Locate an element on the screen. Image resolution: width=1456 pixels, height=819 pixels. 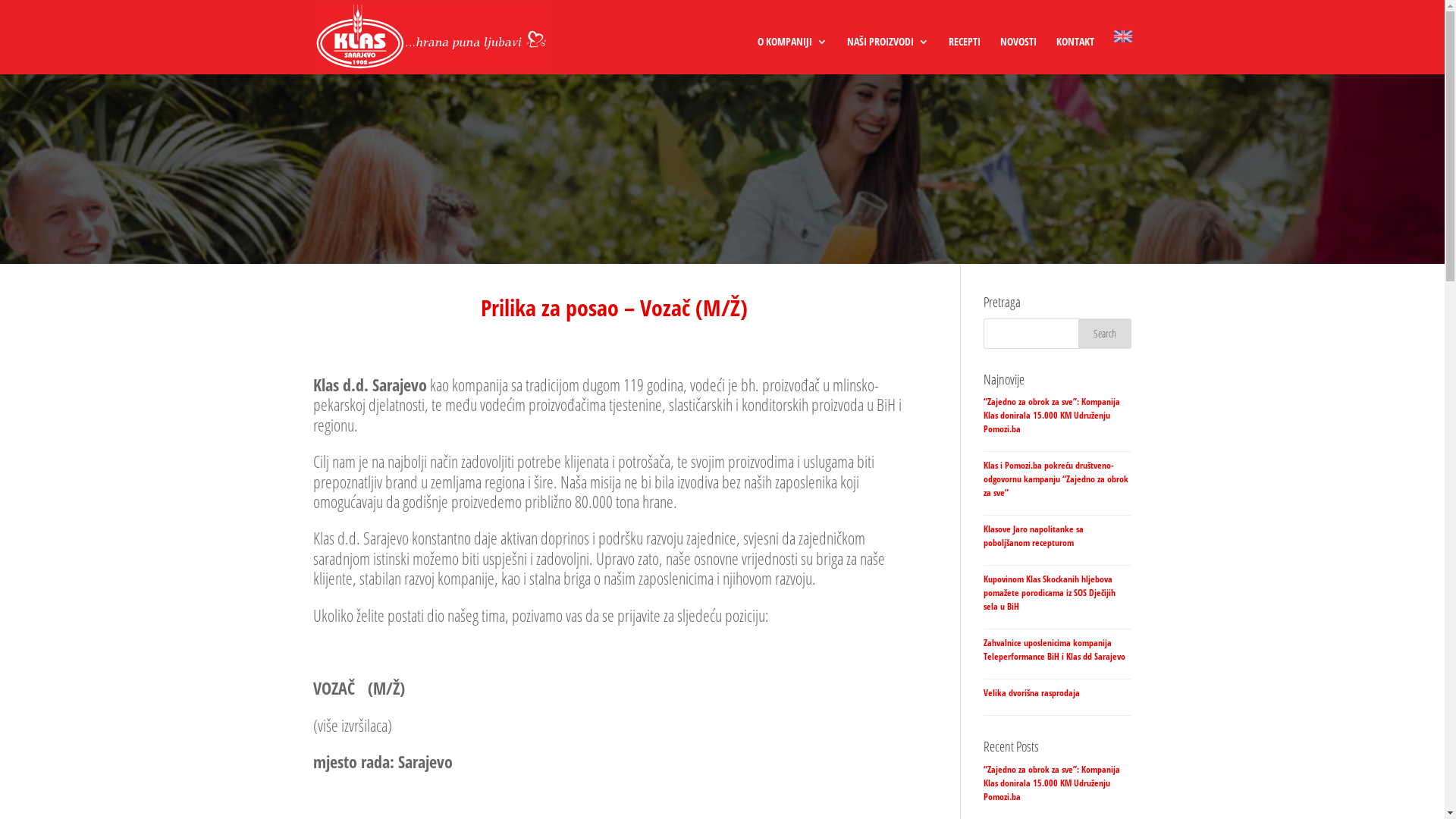
'O KOMPANIJI' is located at coordinates (757, 55).